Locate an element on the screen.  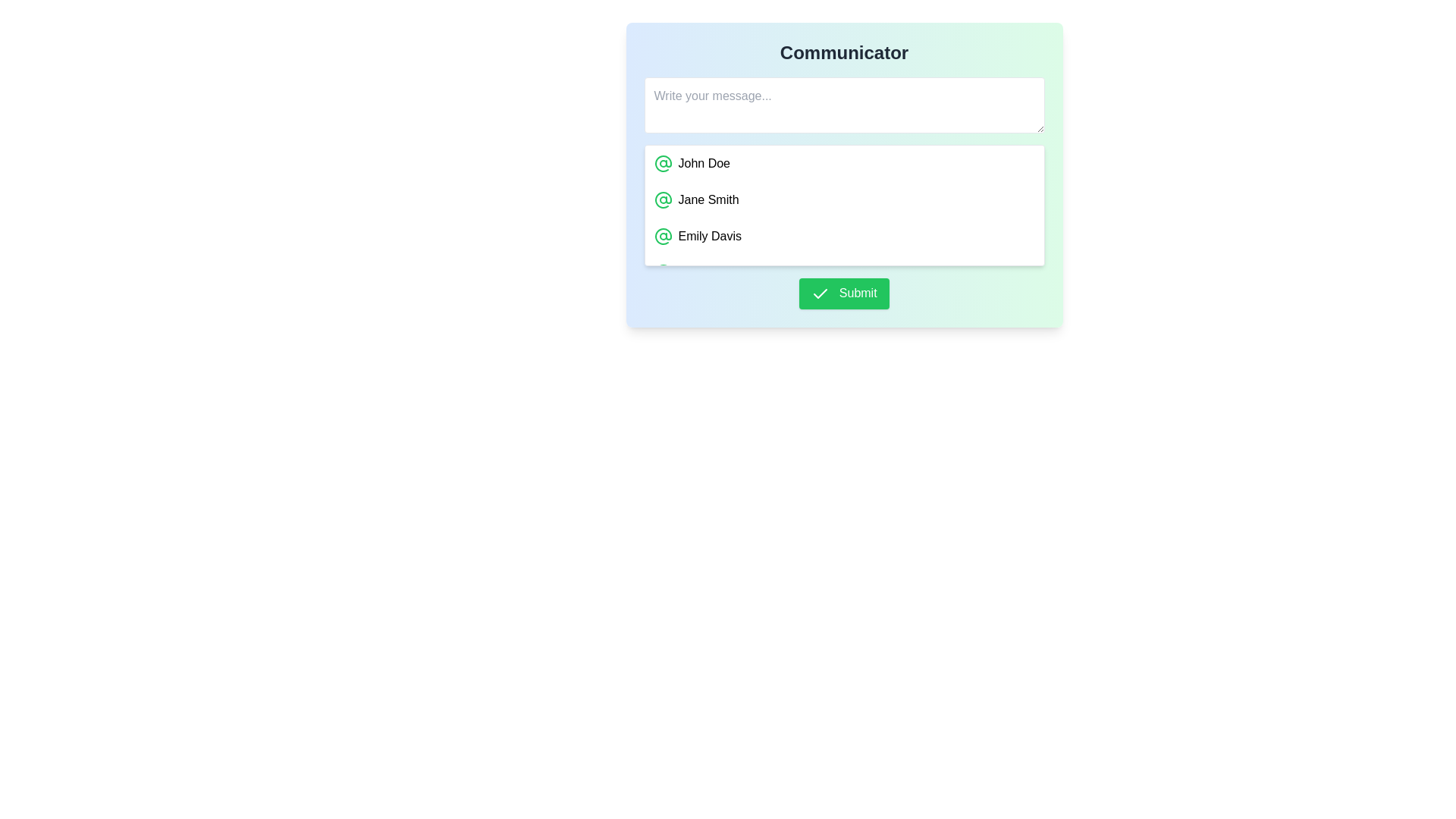
the green '@' icon located next to the text 'Emily Davis' in the list of names is located at coordinates (663, 237).